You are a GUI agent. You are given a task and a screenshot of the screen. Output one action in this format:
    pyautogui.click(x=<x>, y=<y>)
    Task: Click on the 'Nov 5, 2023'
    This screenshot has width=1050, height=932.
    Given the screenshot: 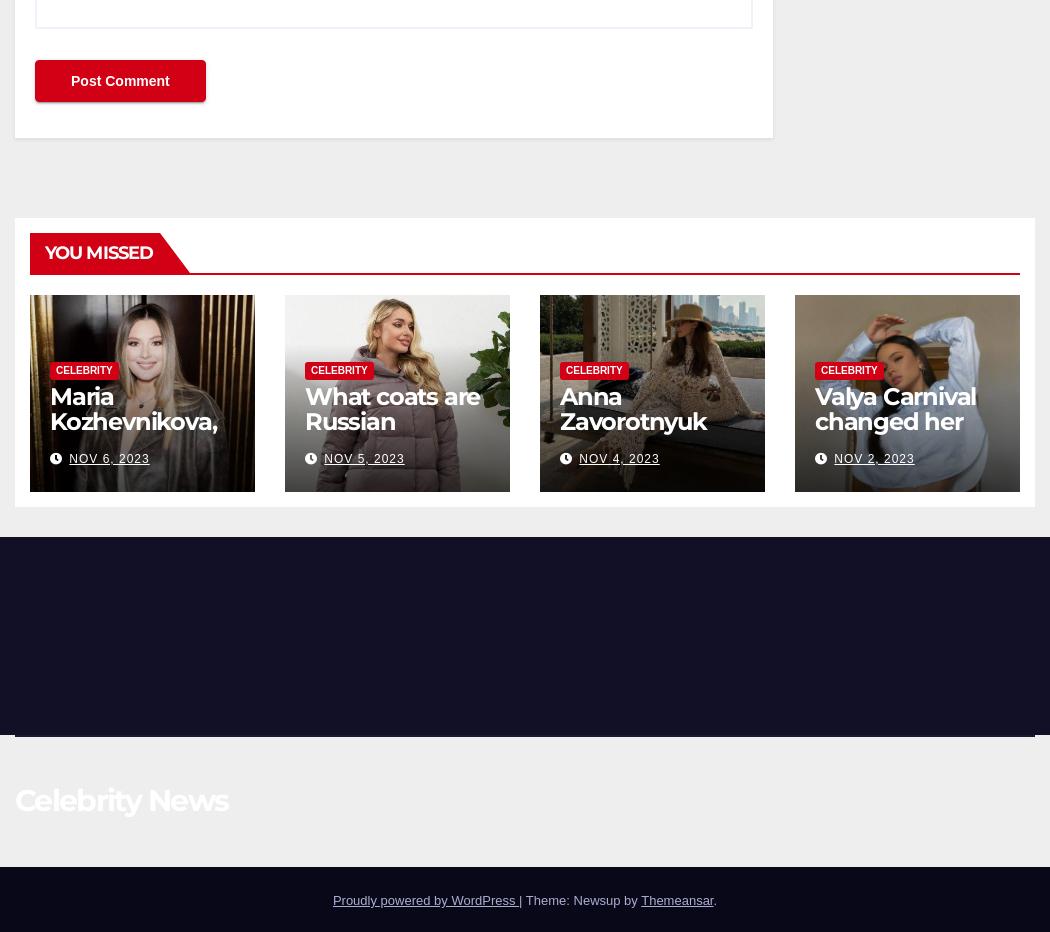 What is the action you would take?
    pyautogui.click(x=324, y=457)
    